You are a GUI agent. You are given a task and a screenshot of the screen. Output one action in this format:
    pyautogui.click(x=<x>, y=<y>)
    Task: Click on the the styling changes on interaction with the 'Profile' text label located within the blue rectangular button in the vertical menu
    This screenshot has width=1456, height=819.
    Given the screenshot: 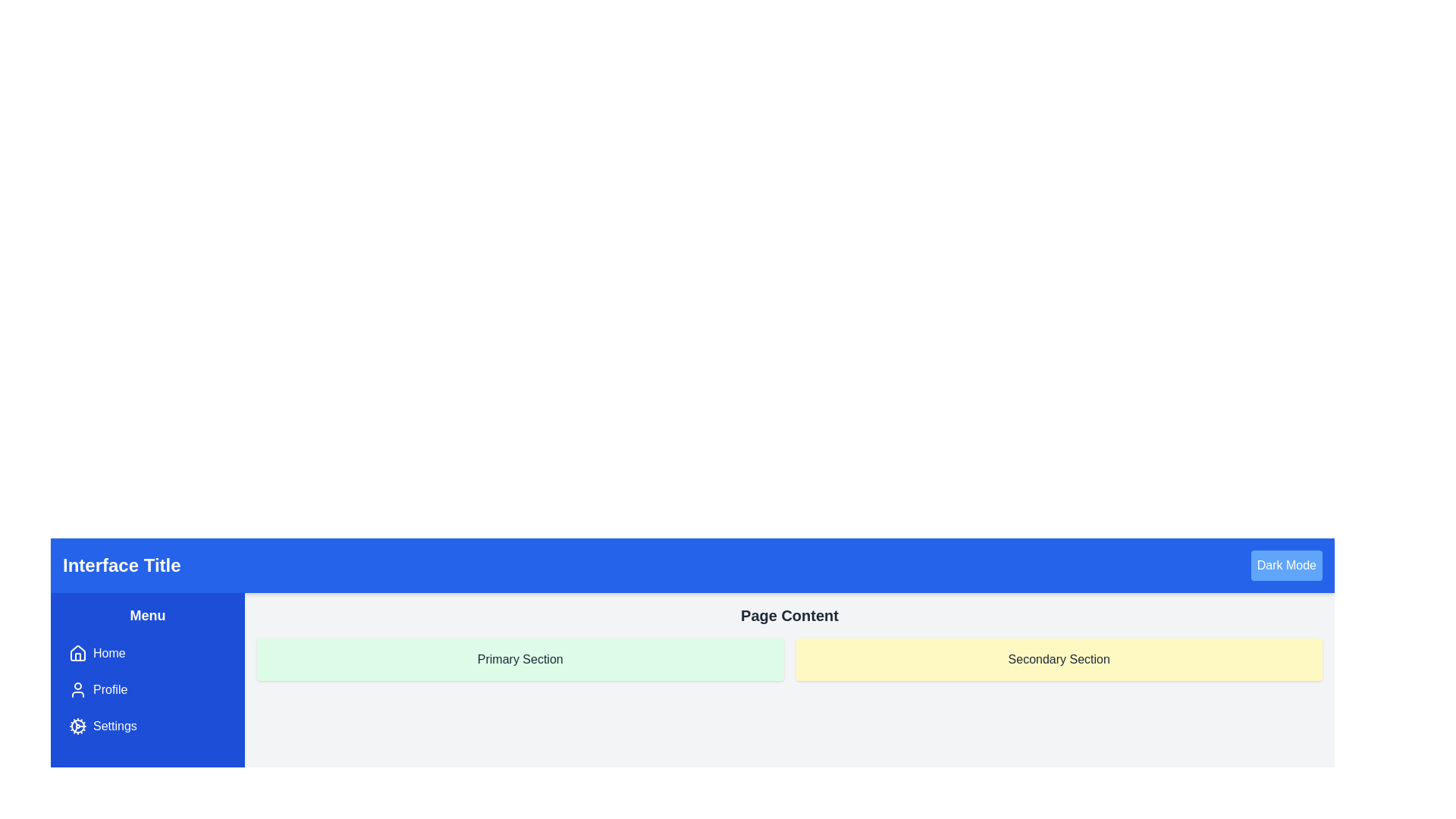 What is the action you would take?
    pyautogui.click(x=109, y=690)
    